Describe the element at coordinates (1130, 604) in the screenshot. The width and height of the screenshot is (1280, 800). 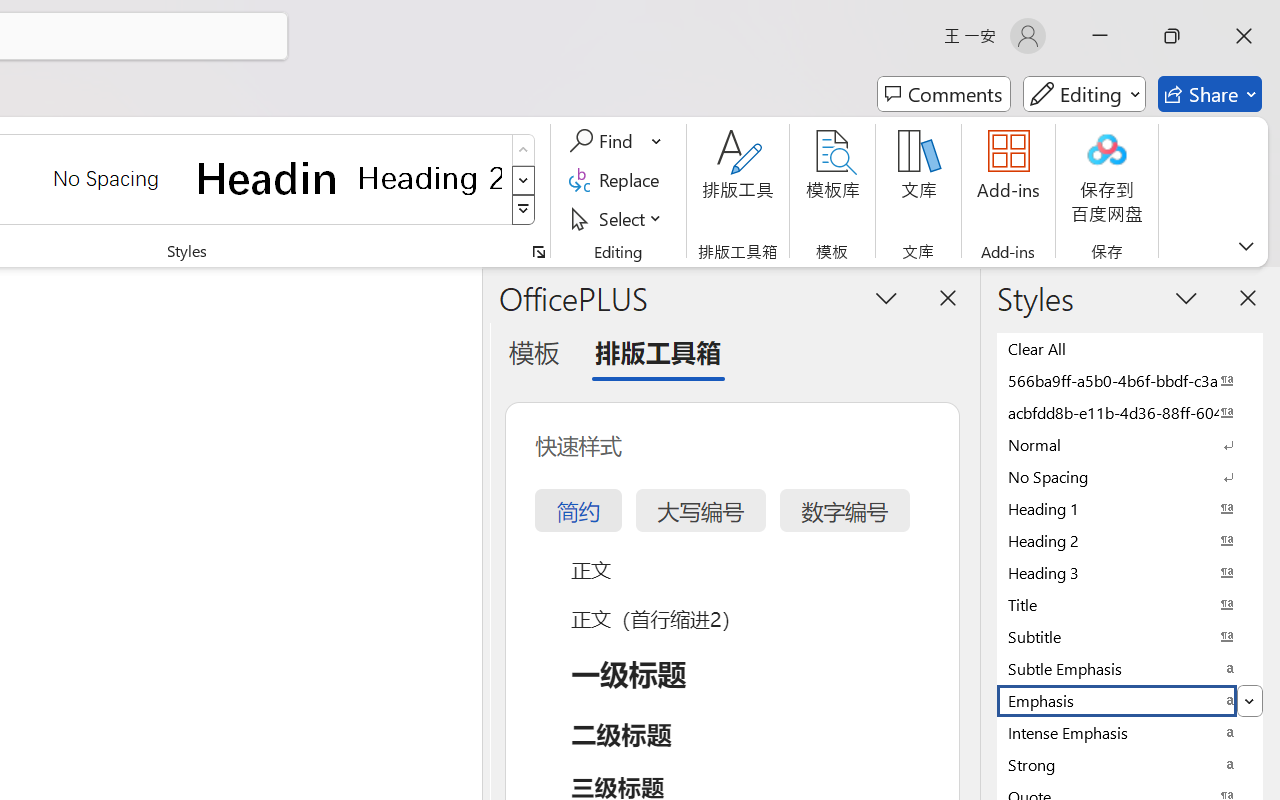
I see `'Title'` at that location.